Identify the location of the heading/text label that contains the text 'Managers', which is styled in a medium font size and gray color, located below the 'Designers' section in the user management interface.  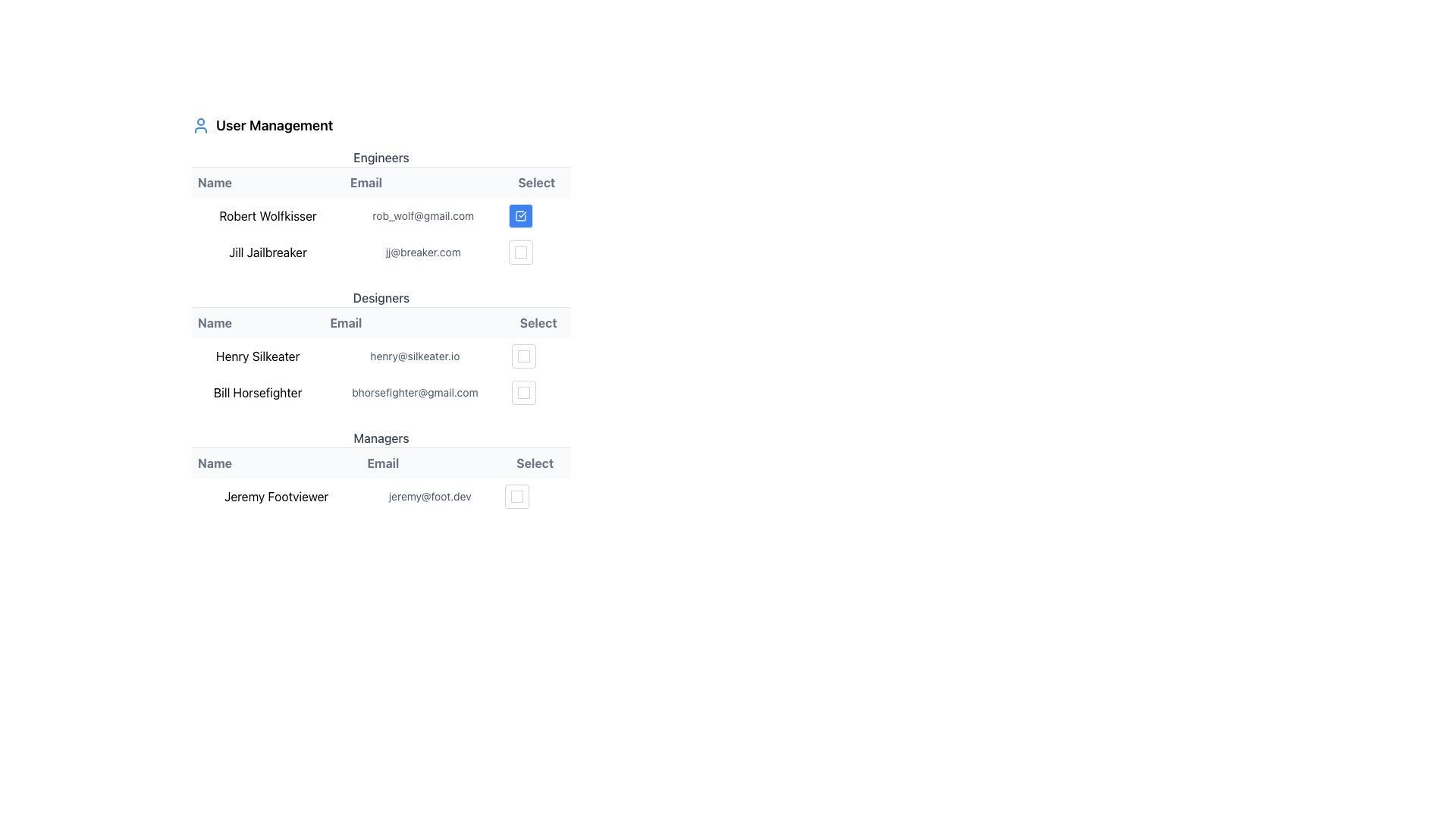
(381, 438).